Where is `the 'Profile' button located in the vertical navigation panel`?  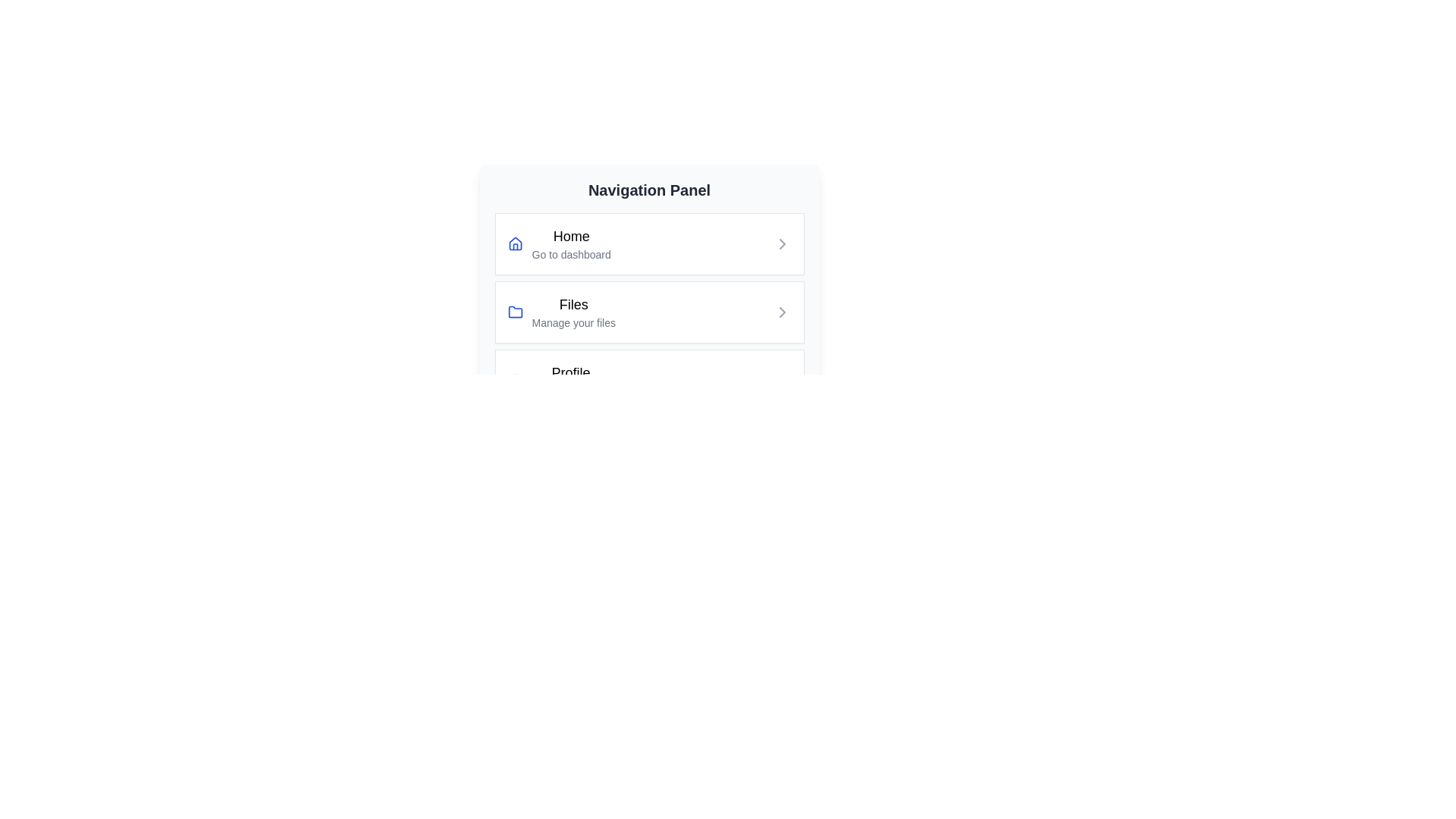
the 'Profile' button located in the vertical navigation panel is located at coordinates (649, 379).